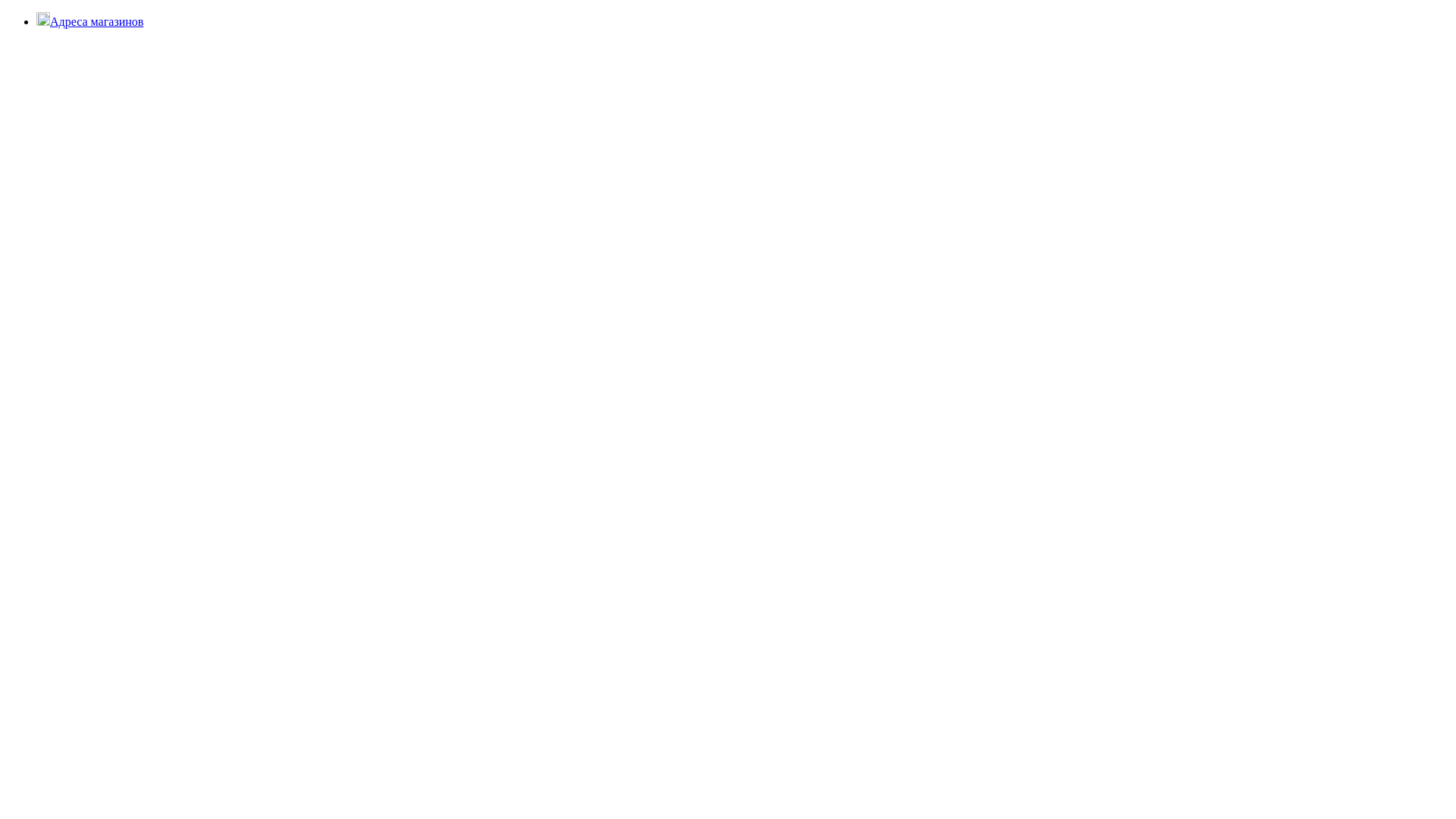 This screenshot has height=819, width=1456. What do you see at coordinates (43, 18) in the screenshot?
I see `'location'` at bounding box center [43, 18].